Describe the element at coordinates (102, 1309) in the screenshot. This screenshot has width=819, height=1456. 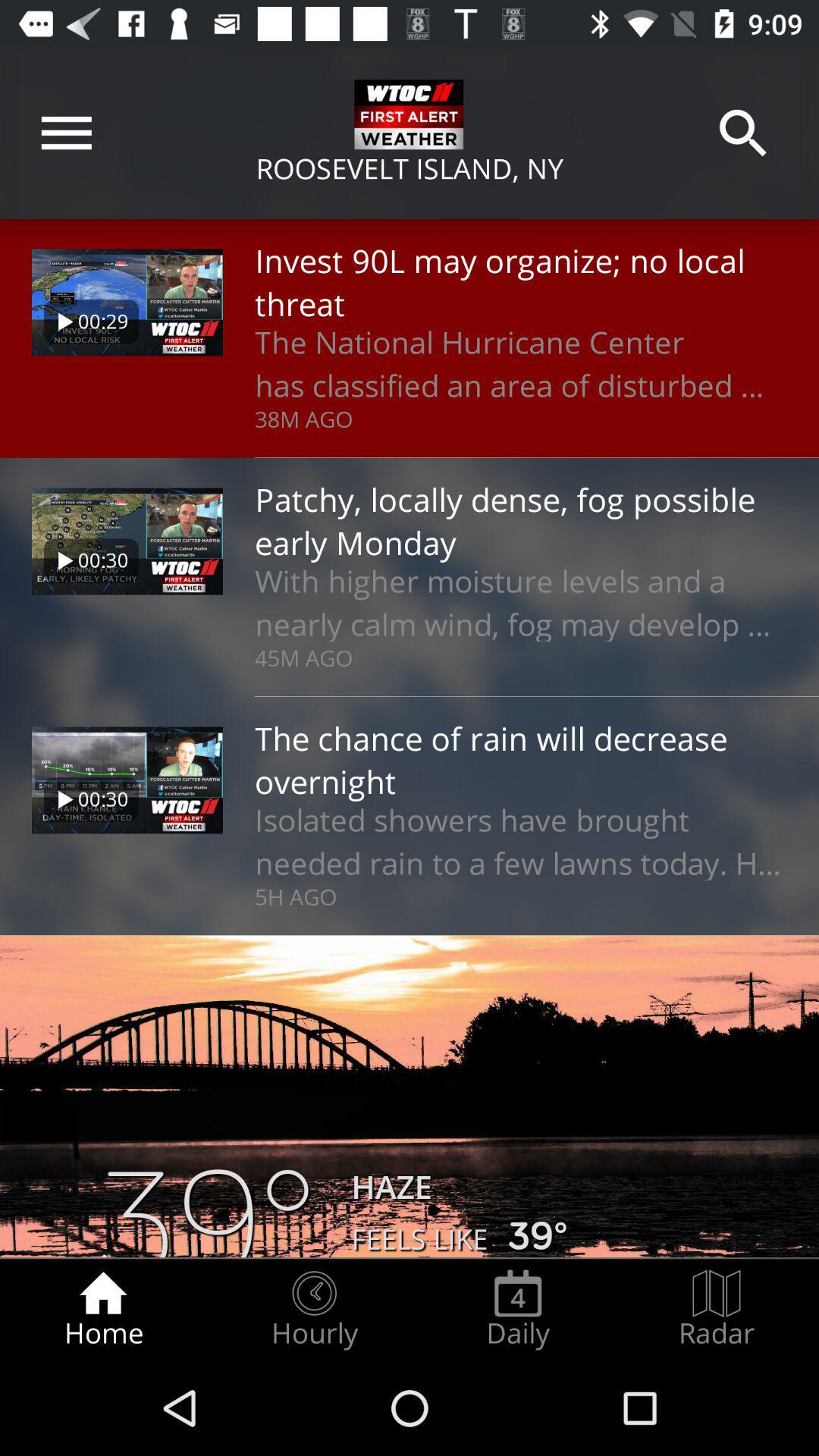
I see `the icon next to hourly item` at that location.